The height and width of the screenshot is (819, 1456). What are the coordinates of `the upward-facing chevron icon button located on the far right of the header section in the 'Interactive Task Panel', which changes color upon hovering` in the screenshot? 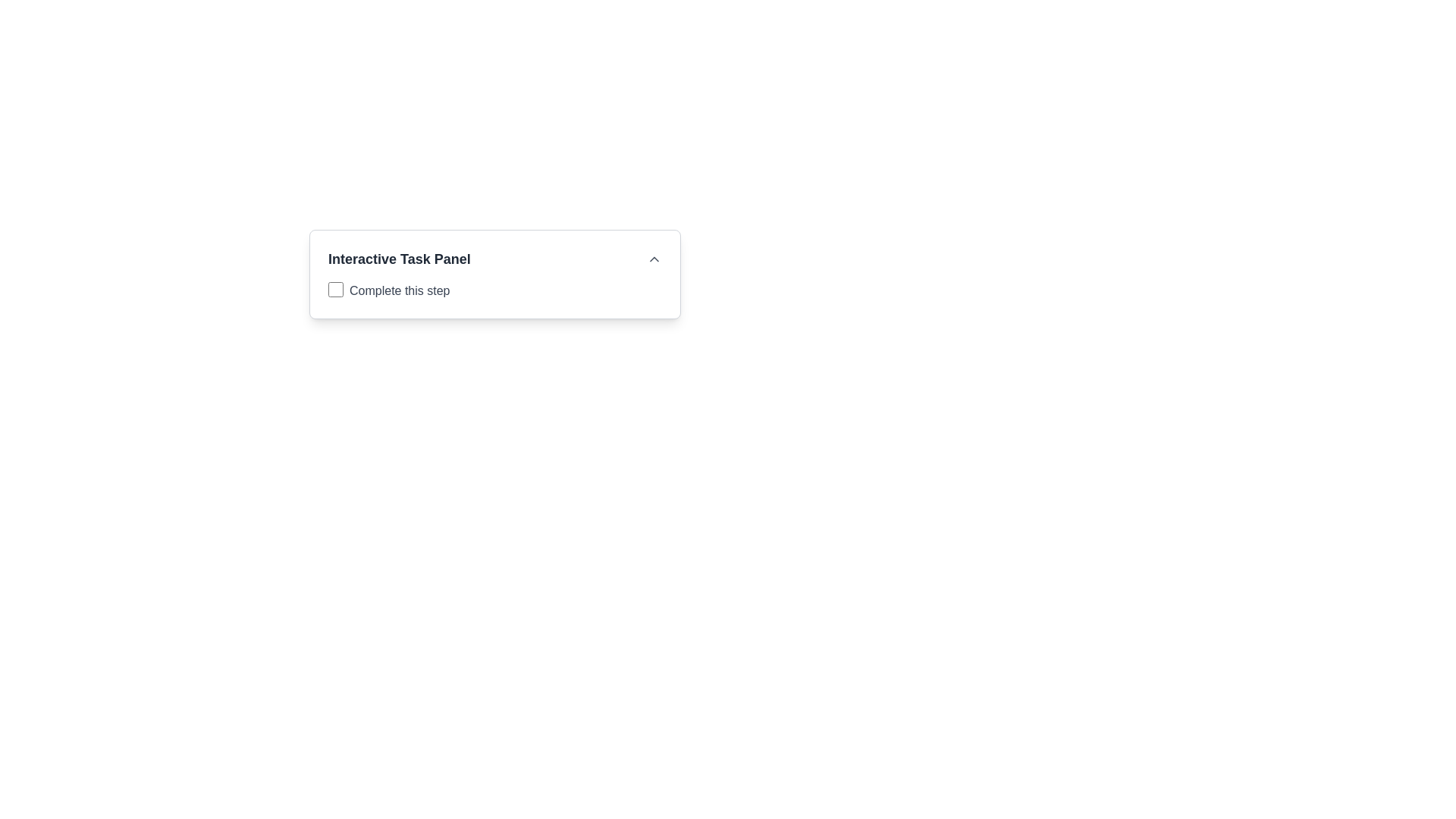 It's located at (654, 259).